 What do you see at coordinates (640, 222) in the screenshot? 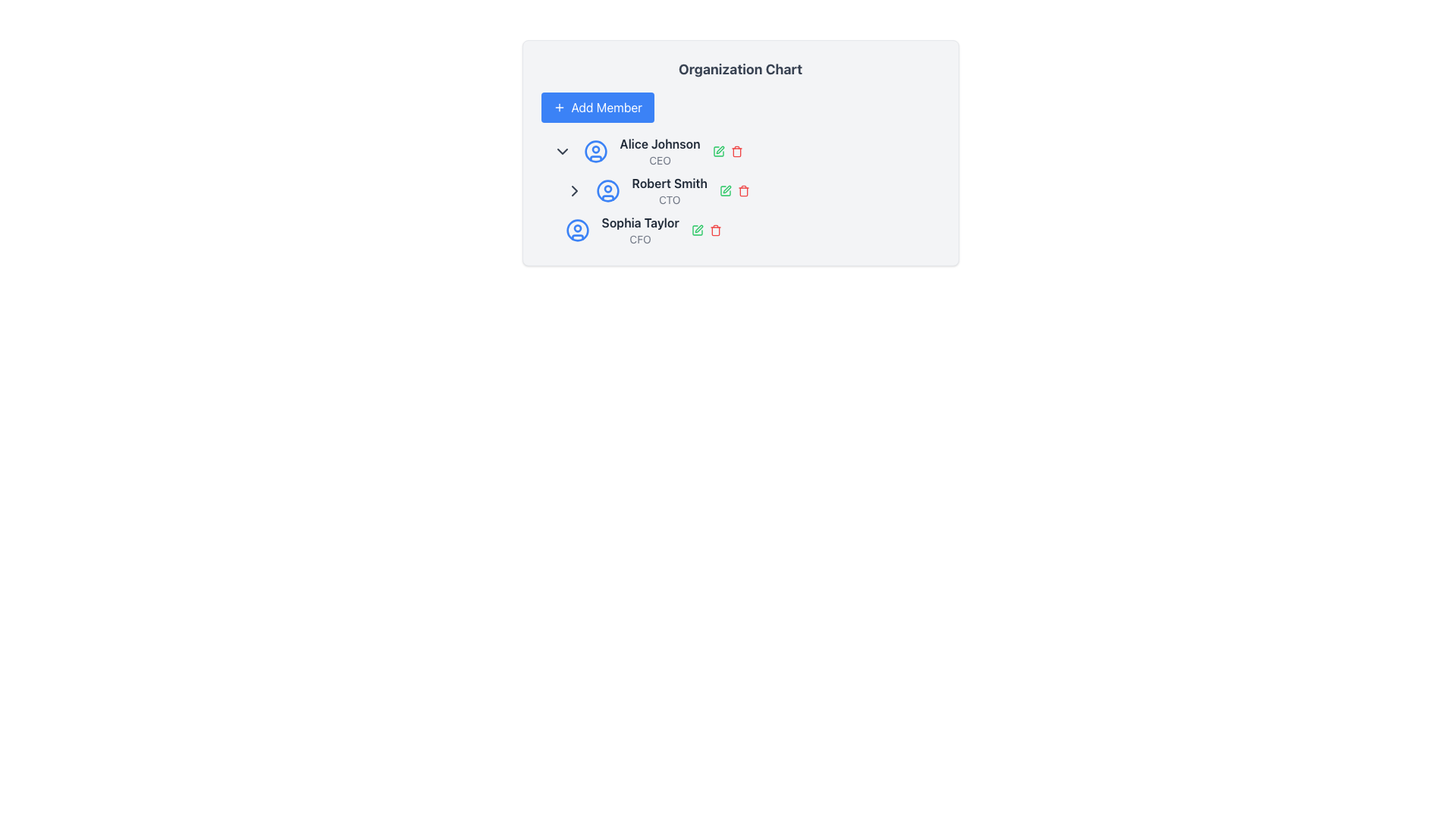
I see `the static text element displaying the name 'Sophia Taylor' which is located under the 'Organization Chart' section` at bounding box center [640, 222].